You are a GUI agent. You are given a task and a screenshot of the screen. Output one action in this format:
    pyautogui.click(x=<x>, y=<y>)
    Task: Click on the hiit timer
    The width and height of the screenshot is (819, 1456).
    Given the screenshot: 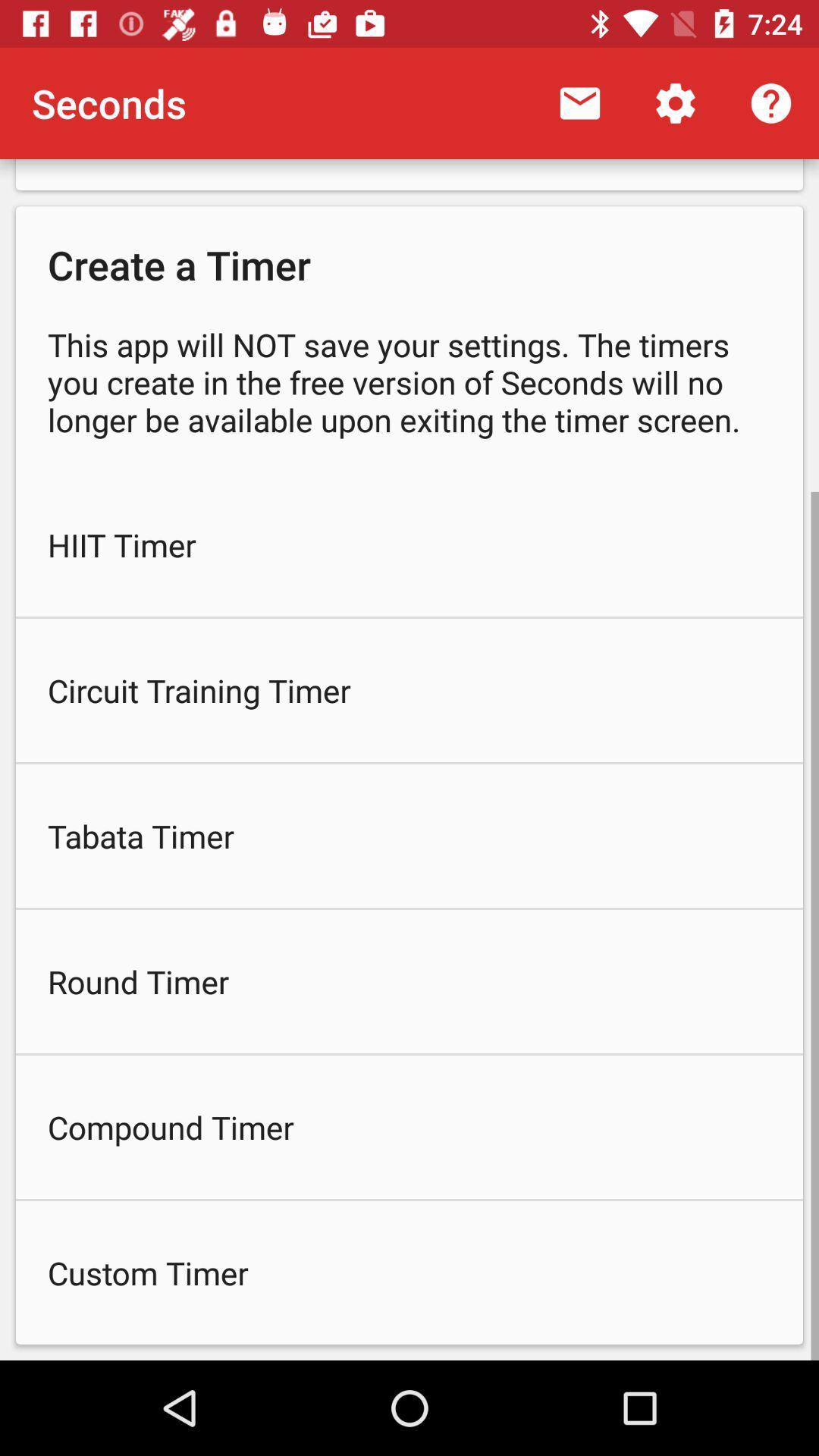 What is the action you would take?
    pyautogui.click(x=409, y=544)
    